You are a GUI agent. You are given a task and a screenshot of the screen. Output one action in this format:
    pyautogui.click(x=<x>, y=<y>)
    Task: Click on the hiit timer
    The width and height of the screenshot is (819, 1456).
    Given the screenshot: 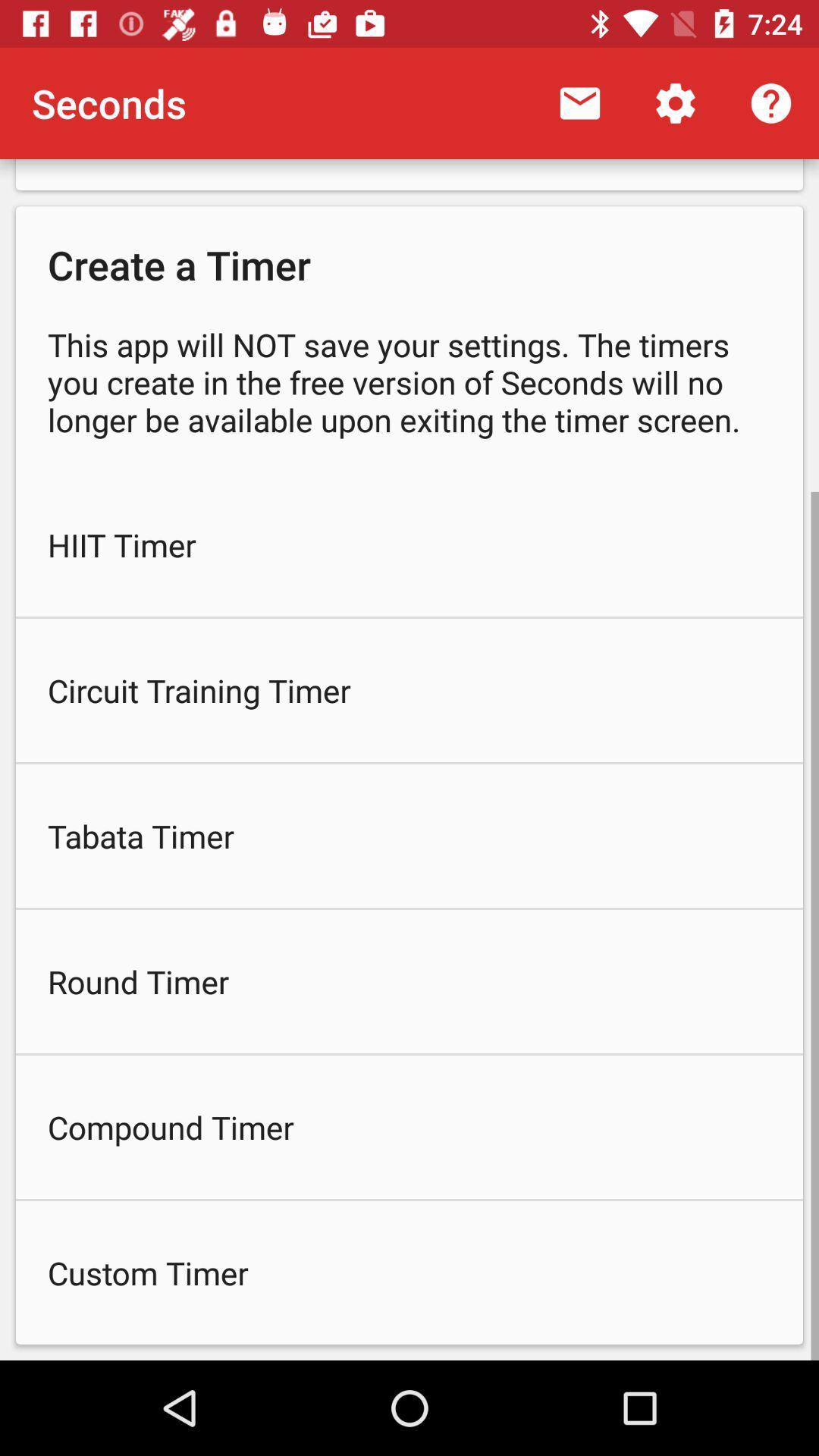 What is the action you would take?
    pyautogui.click(x=409, y=544)
    